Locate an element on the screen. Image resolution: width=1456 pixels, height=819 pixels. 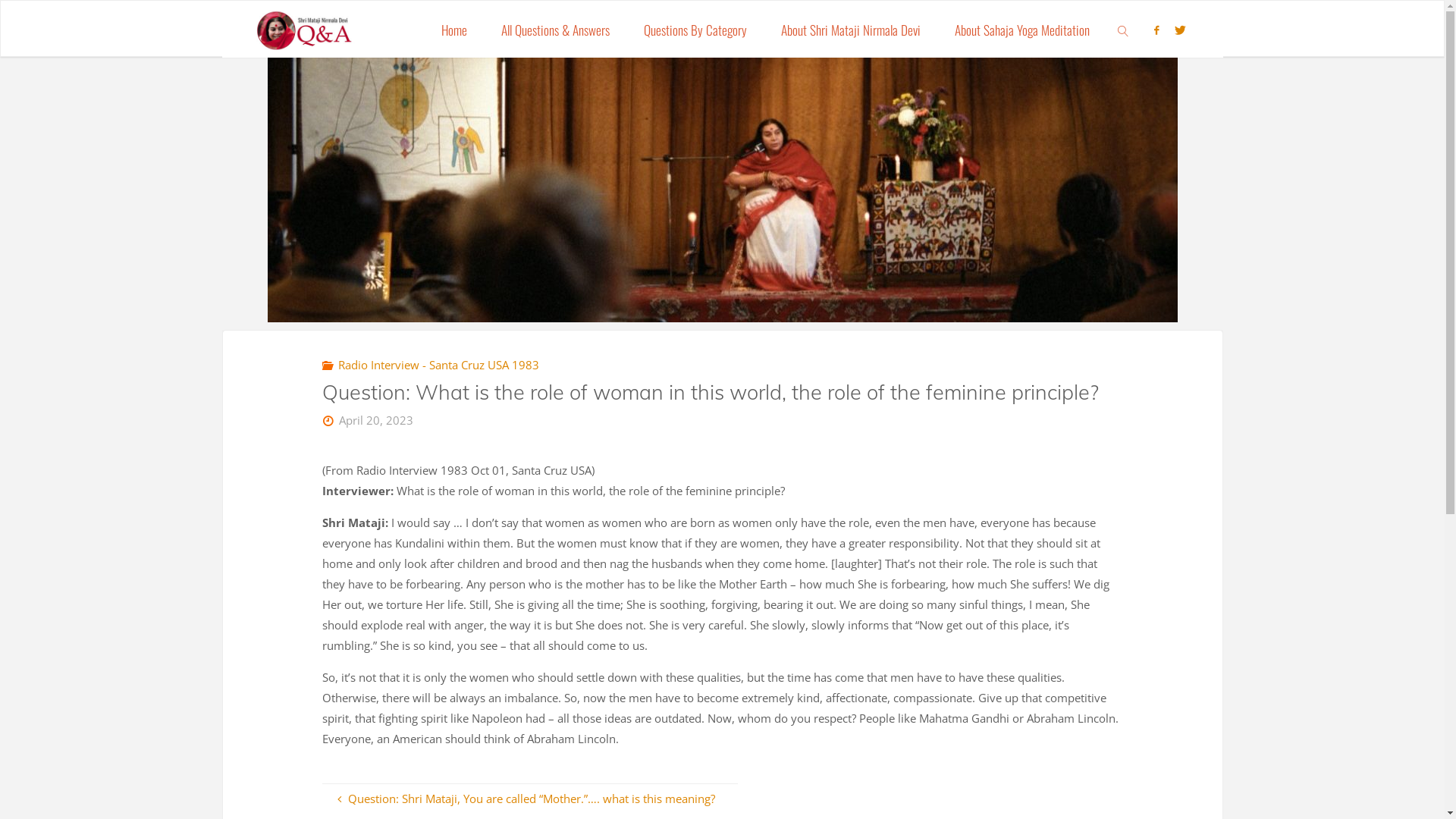
'Date' is located at coordinates (328, 420).